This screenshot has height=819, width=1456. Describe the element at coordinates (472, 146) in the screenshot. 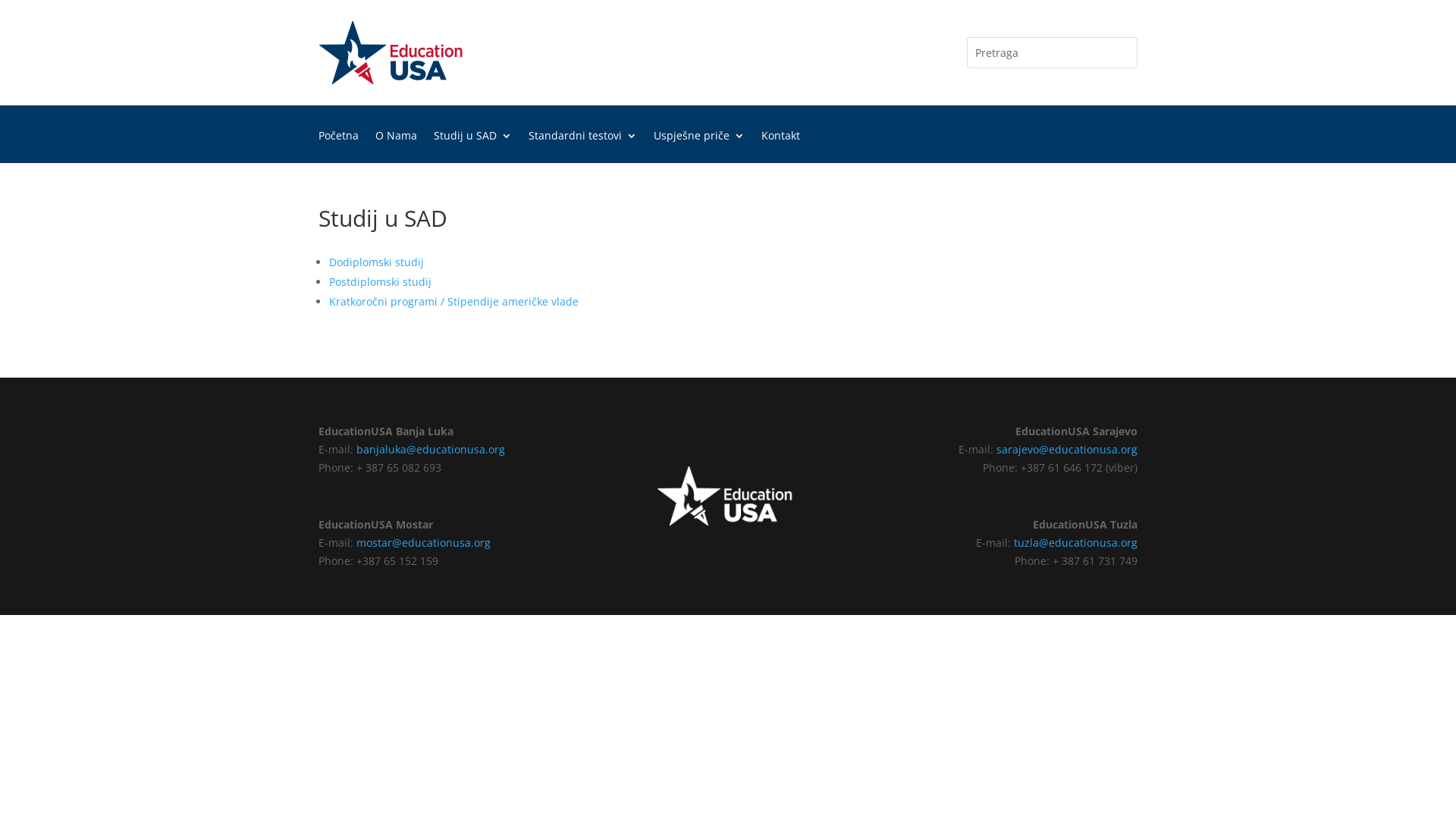

I see `'Studij u SAD'` at that location.